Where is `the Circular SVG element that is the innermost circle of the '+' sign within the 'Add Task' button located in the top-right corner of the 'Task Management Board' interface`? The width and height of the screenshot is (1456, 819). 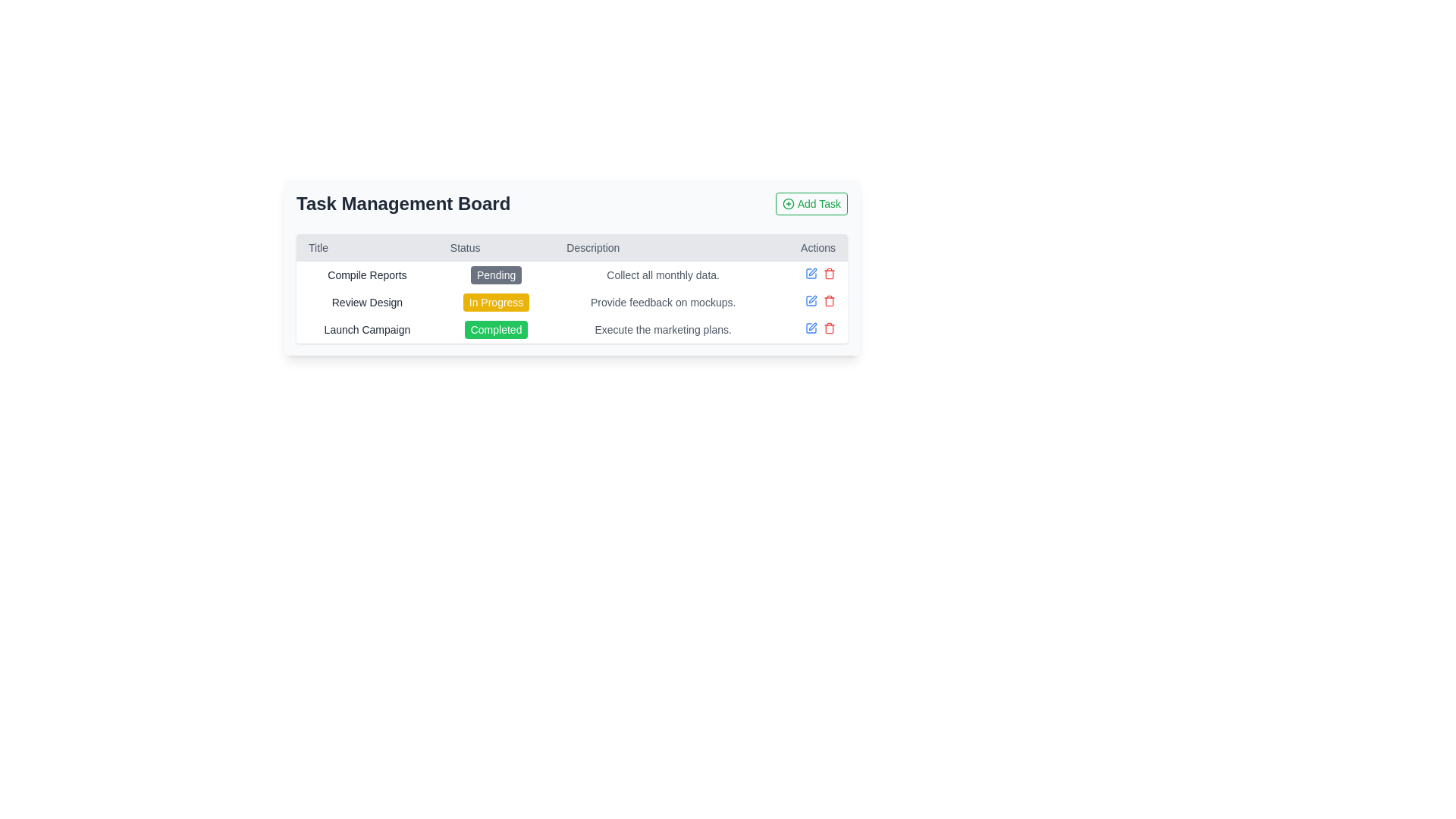 the Circular SVG element that is the innermost circle of the '+' sign within the 'Add Task' button located in the top-right corner of the 'Task Management Board' interface is located at coordinates (788, 203).